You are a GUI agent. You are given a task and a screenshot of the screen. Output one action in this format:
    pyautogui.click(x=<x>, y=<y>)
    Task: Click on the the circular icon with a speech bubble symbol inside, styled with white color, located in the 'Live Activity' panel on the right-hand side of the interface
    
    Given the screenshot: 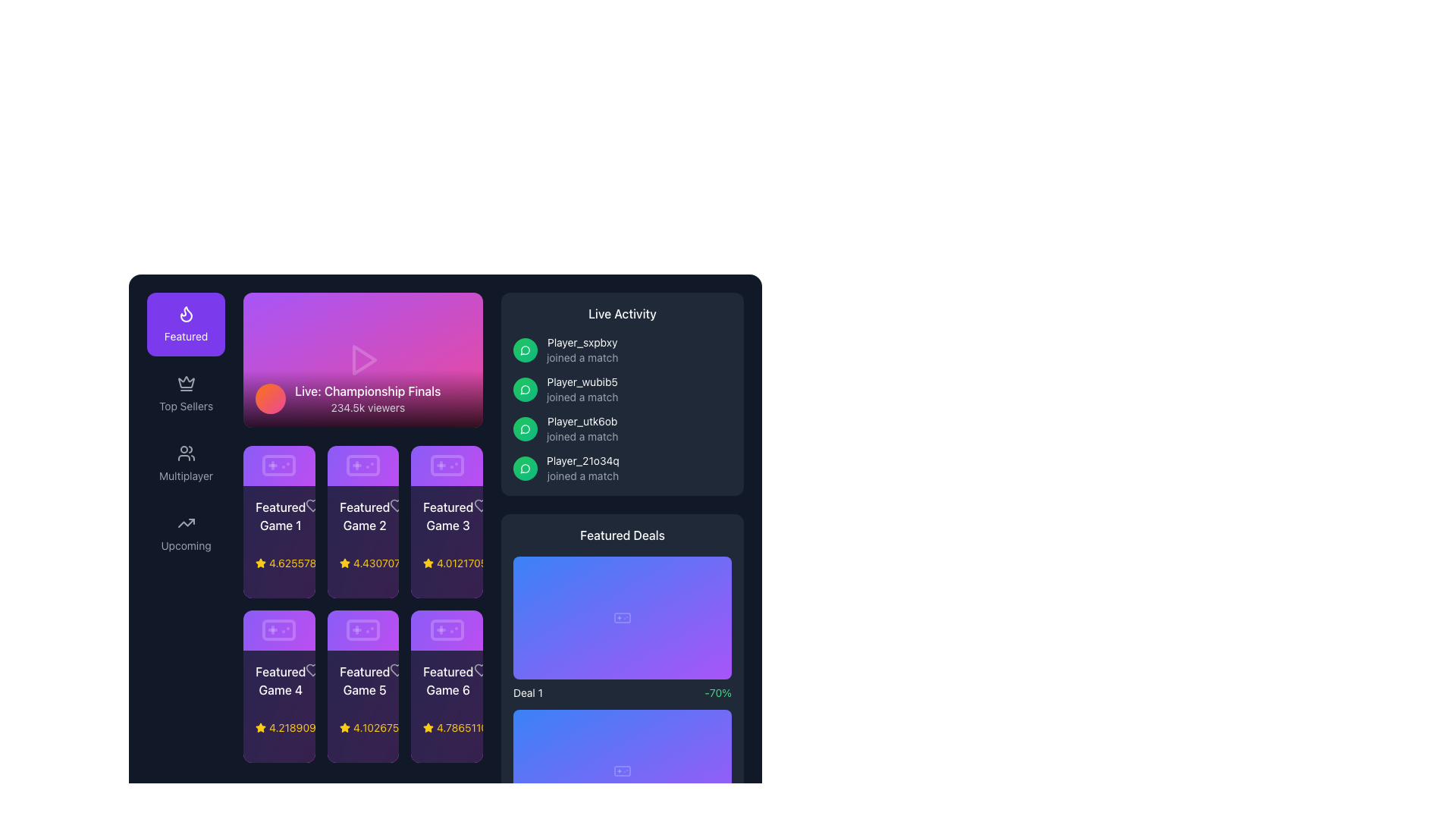 What is the action you would take?
    pyautogui.click(x=525, y=350)
    